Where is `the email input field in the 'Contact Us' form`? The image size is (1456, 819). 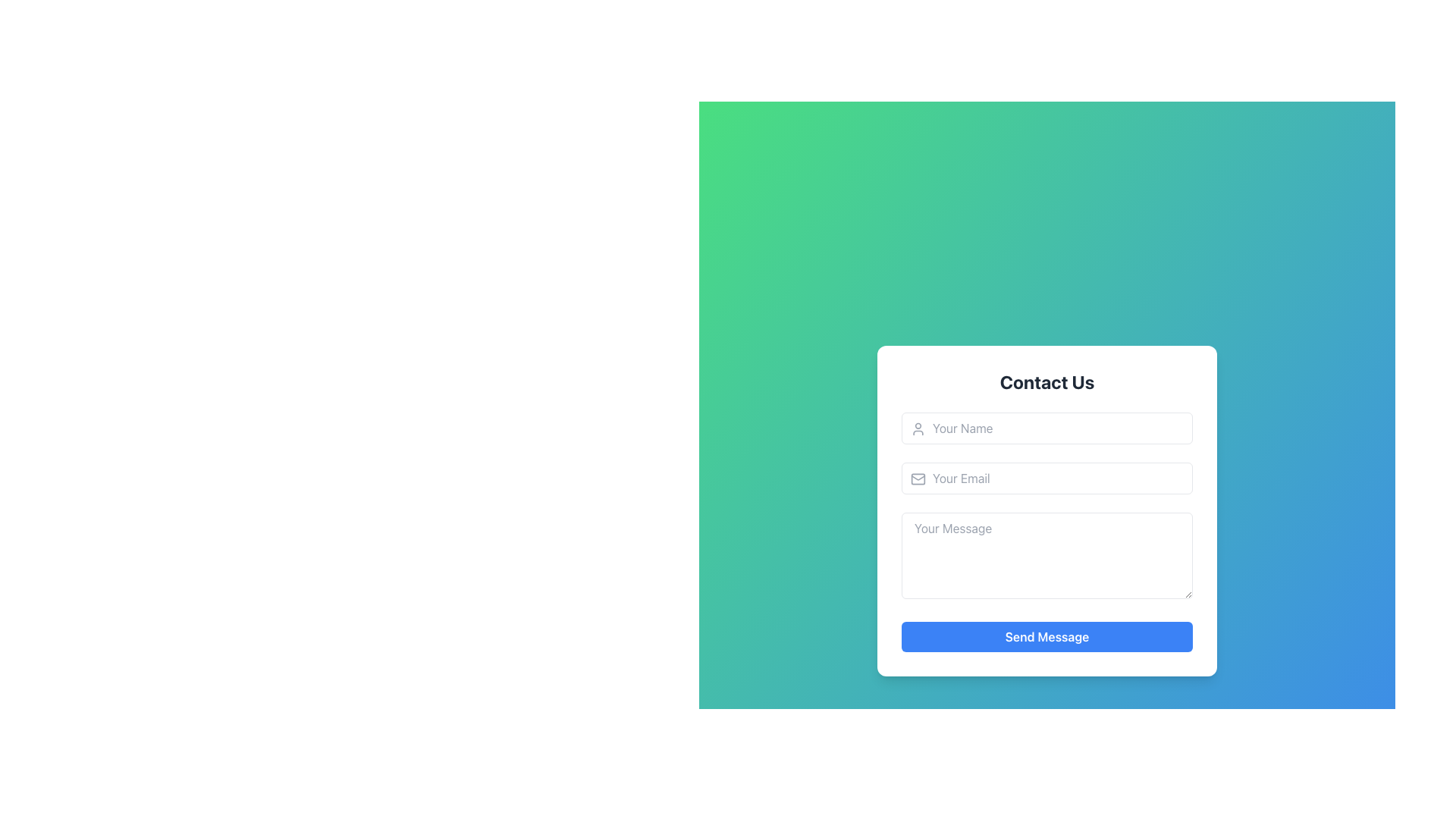 the email input field in the 'Contact Us' form is located at coordinates (1046, 479).